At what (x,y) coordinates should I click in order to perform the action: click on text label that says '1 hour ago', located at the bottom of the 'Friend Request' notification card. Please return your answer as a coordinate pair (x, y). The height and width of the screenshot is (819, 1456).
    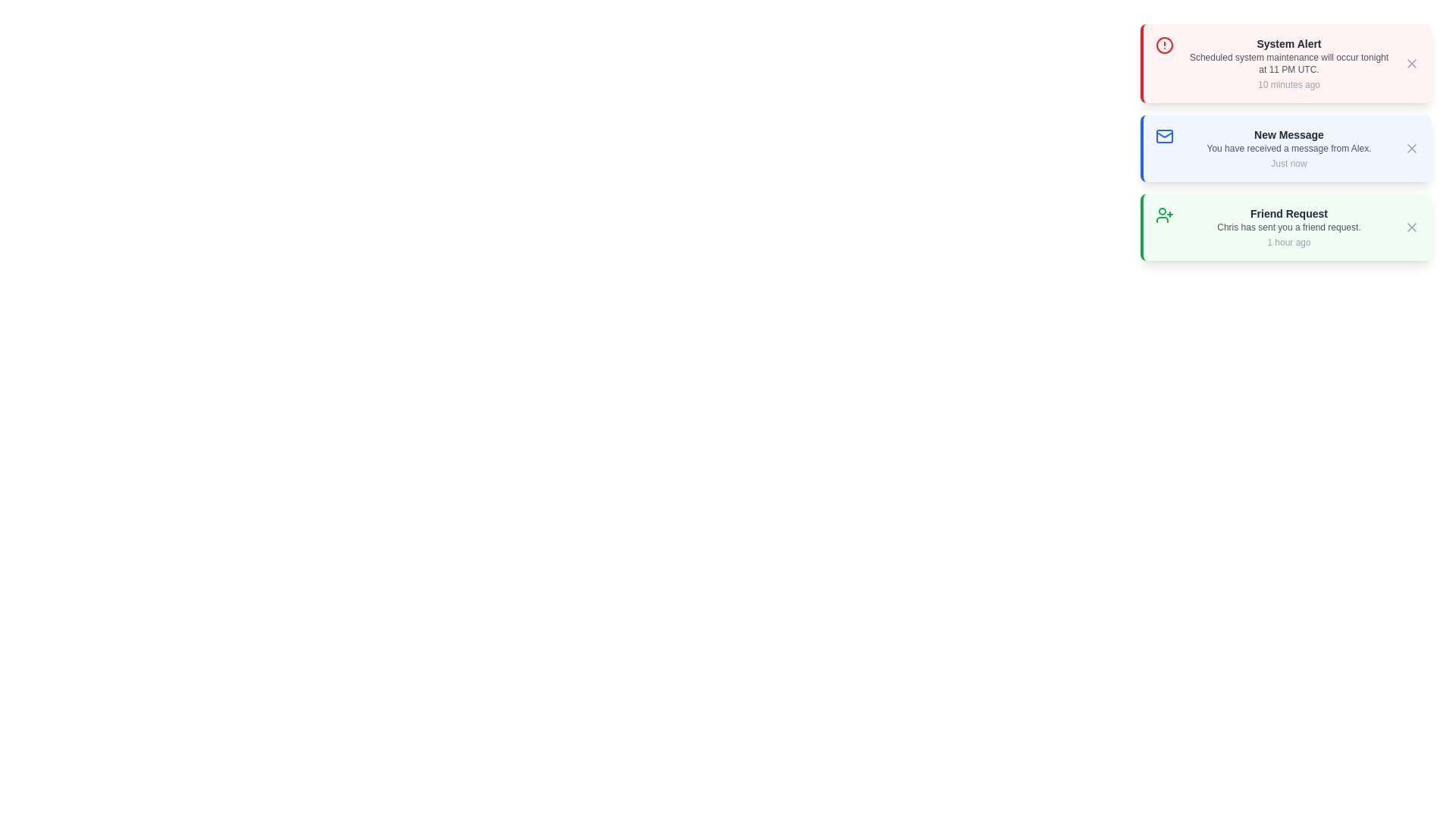
    Looking at the image, I should click on (1288, 242).